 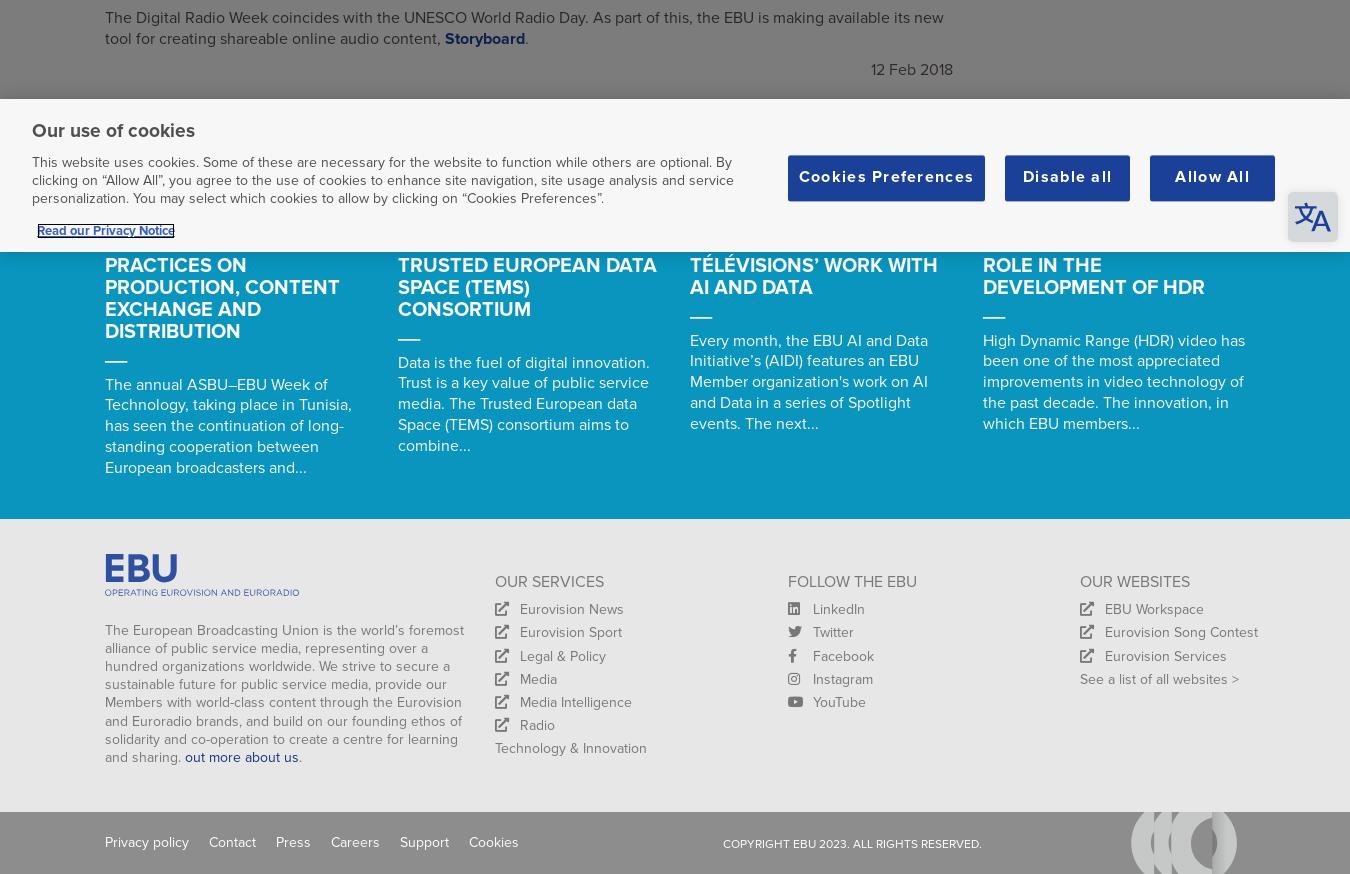 What do you see at coordinates (1112, 381) in the screenshot?
I see `'High Dynamic Range (HDR) video has been one of the most appreciated improvements in video technology of the past decade. The innovation, in which EBU members...'` at bounding box center [1112, 381].